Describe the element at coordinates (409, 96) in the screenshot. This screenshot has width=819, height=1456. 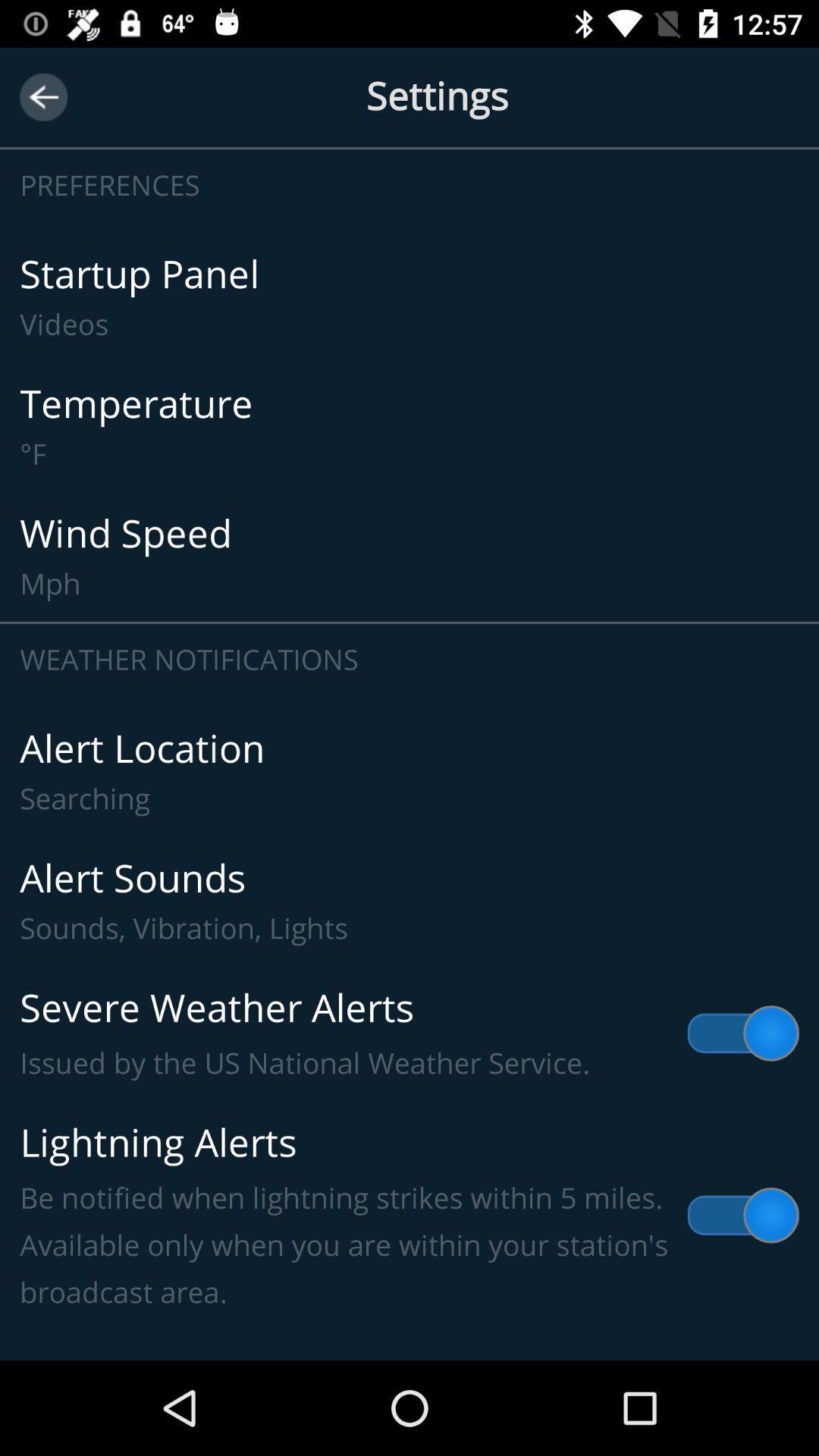
I see `setting option` at that location.